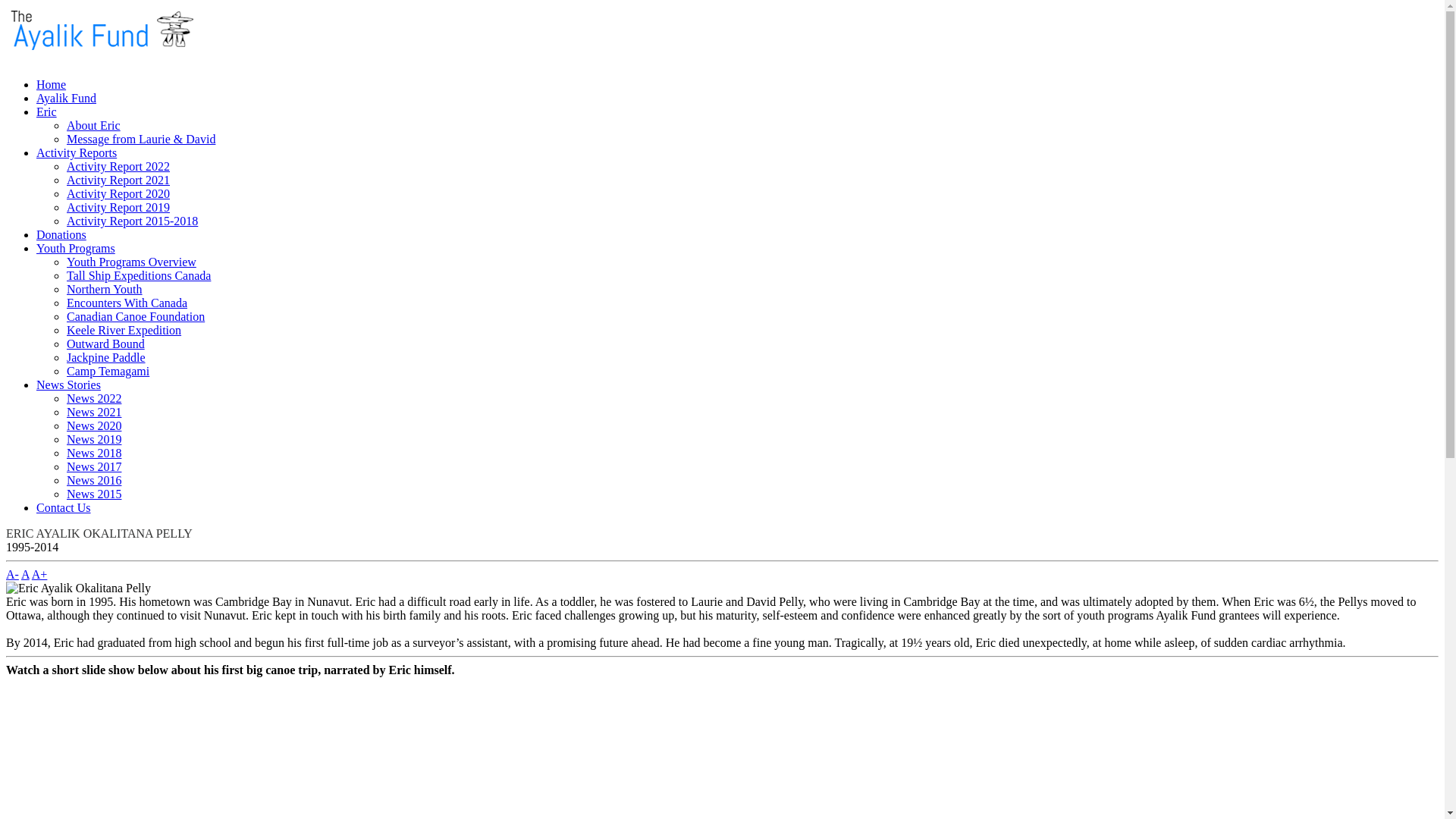 This screenshot has height=819, width=1456. I want to click on 'News 2022', so click(93, 397).